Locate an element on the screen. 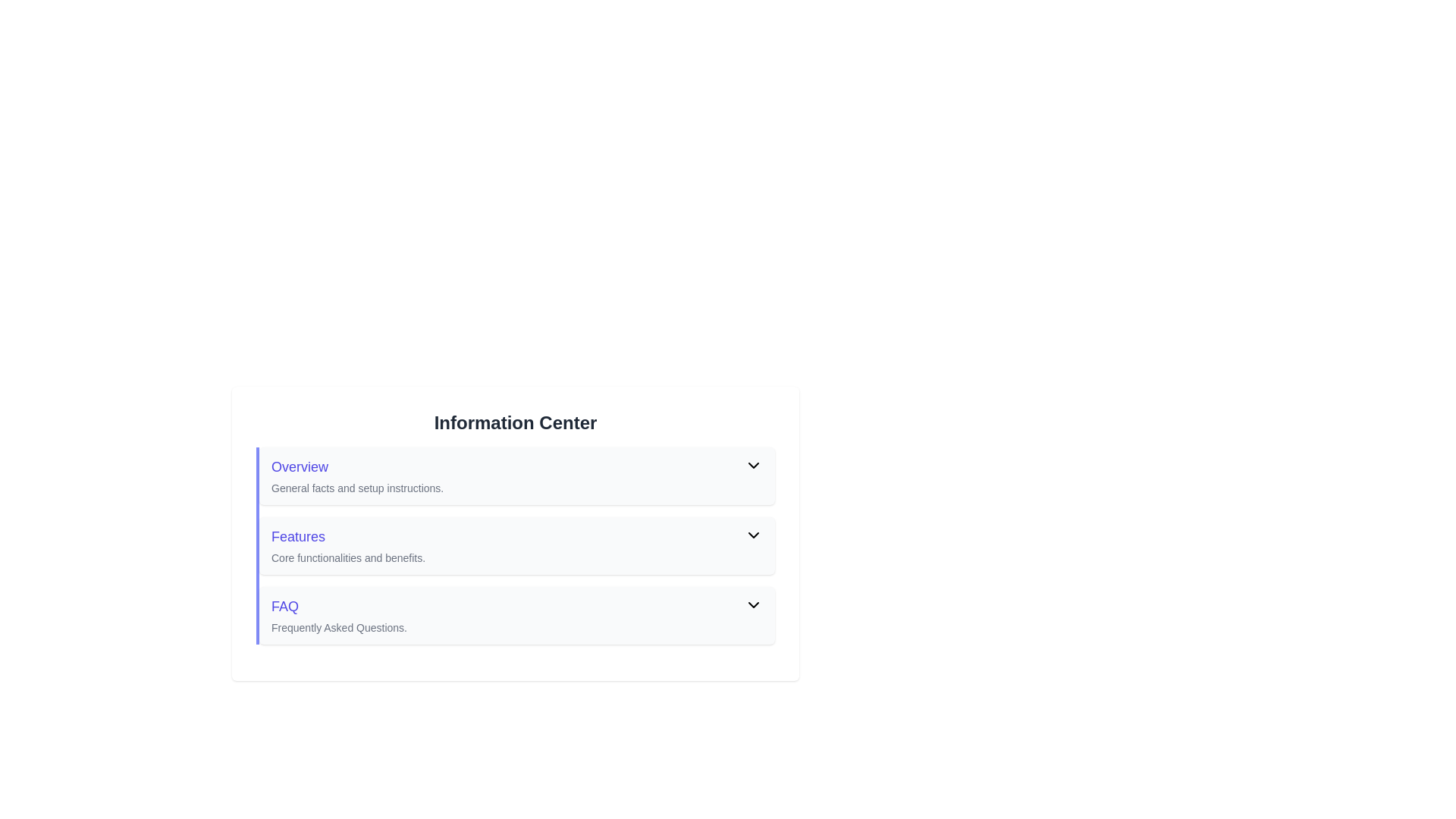  the chevron-down indicator icon located on the right side of the 'Features' section is located at coordinates (753, 534).